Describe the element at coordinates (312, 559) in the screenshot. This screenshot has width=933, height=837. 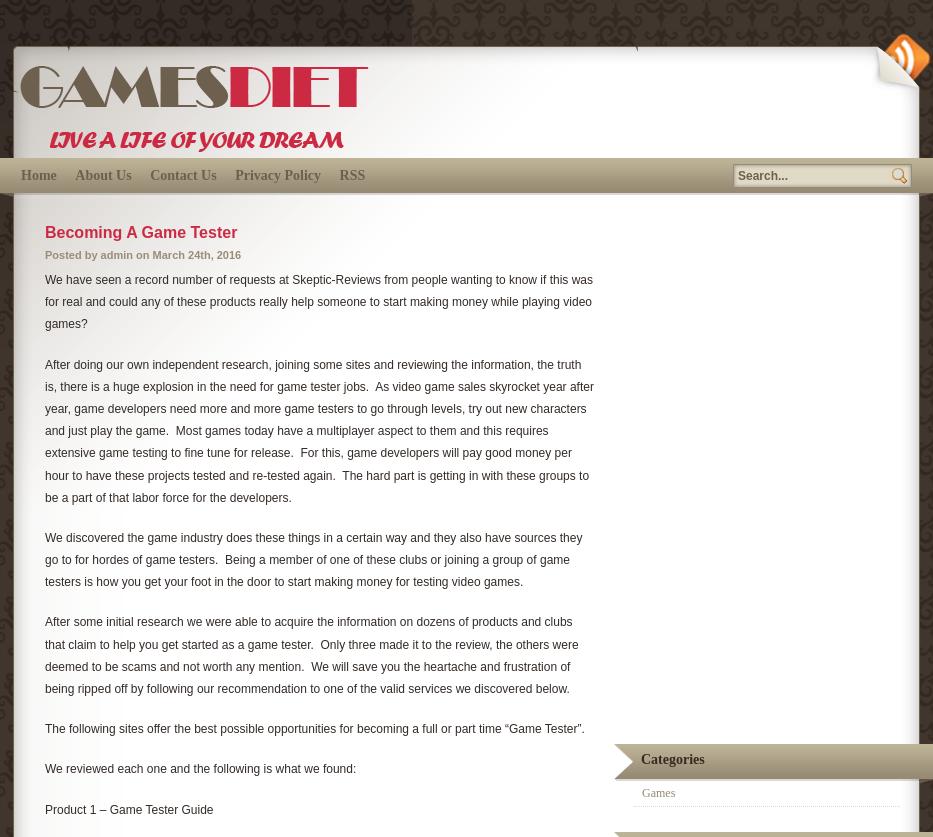
I see `'We discovered the game industry does these things in a certain way and they also have sources they go to for hordes of game testers.  Being a member of one of these clubs or joining a group of game testers is how you get your foot in the door to start making money for testing video games.'` at that location.